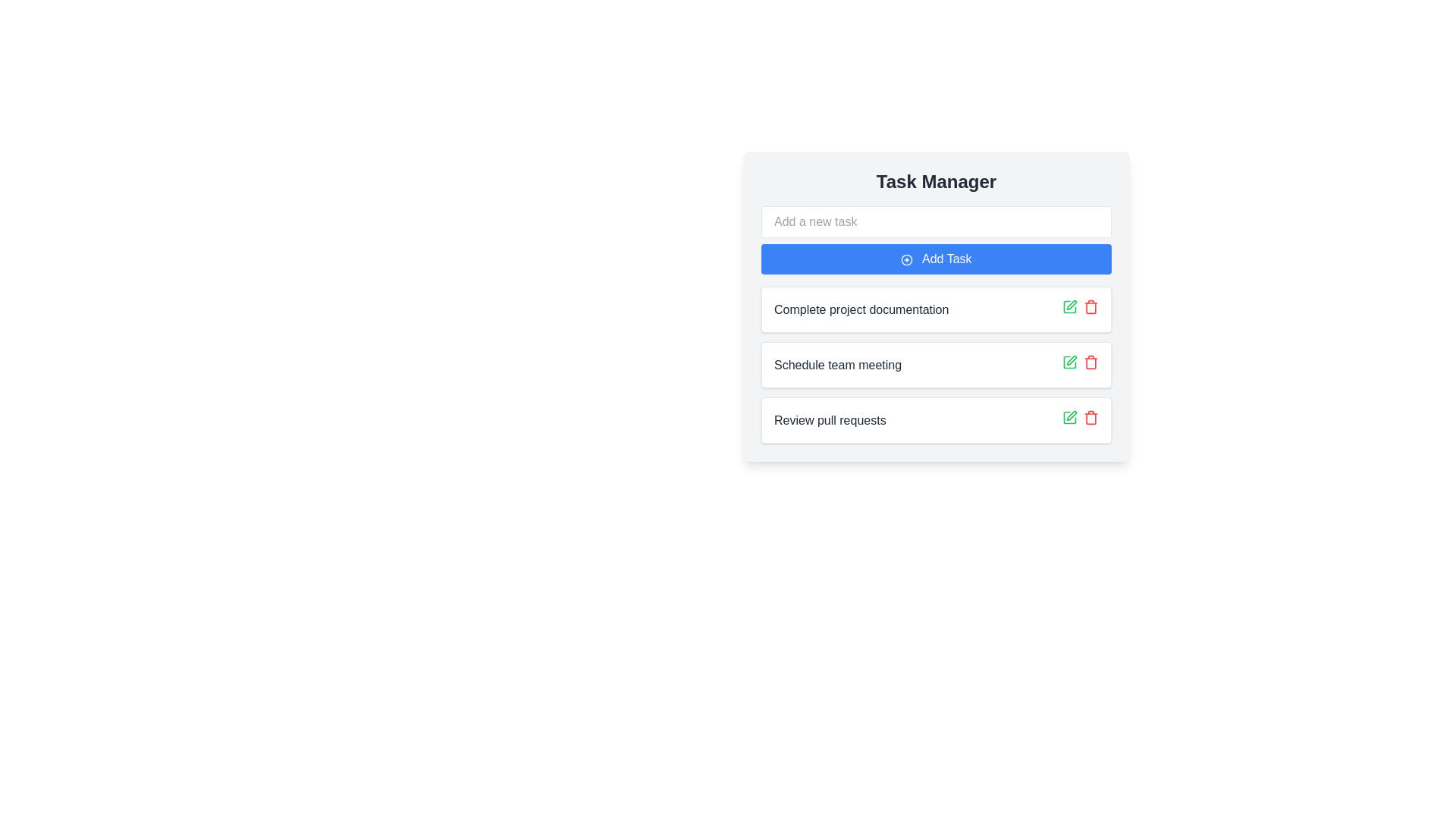 The height and width of the screenshot is (819, 1456). What do you see at coordinates (1090, 418) in the screenshot?
I see `the red trash bin icon located at the far right side of the 'Review pull requests' task row to change its color` at bounding box center [1090, 418].